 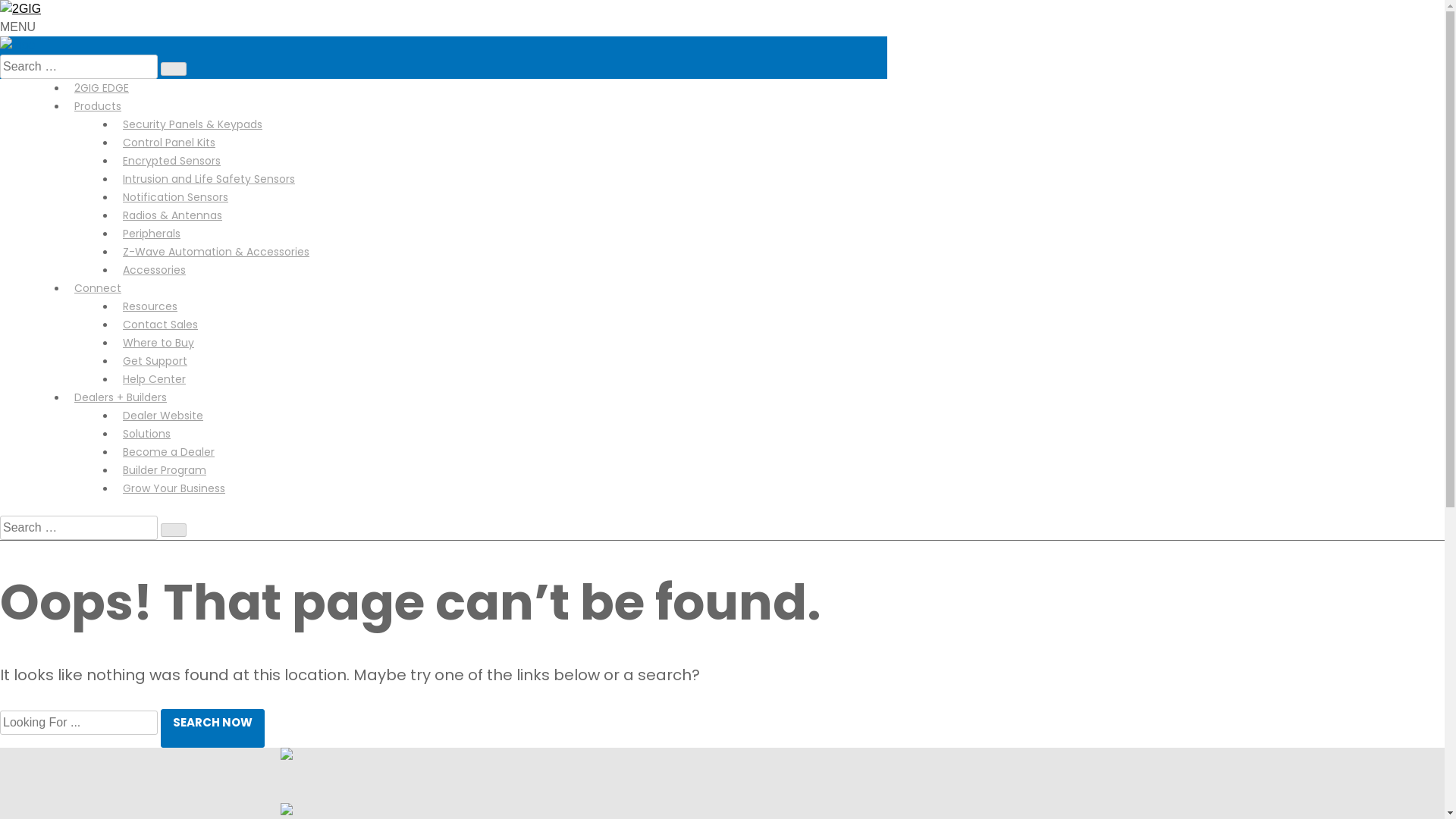 What do you see at coordinates (17, 44) in the screenshot?
I see `'2GIG'` at bounding box center [17, 44].